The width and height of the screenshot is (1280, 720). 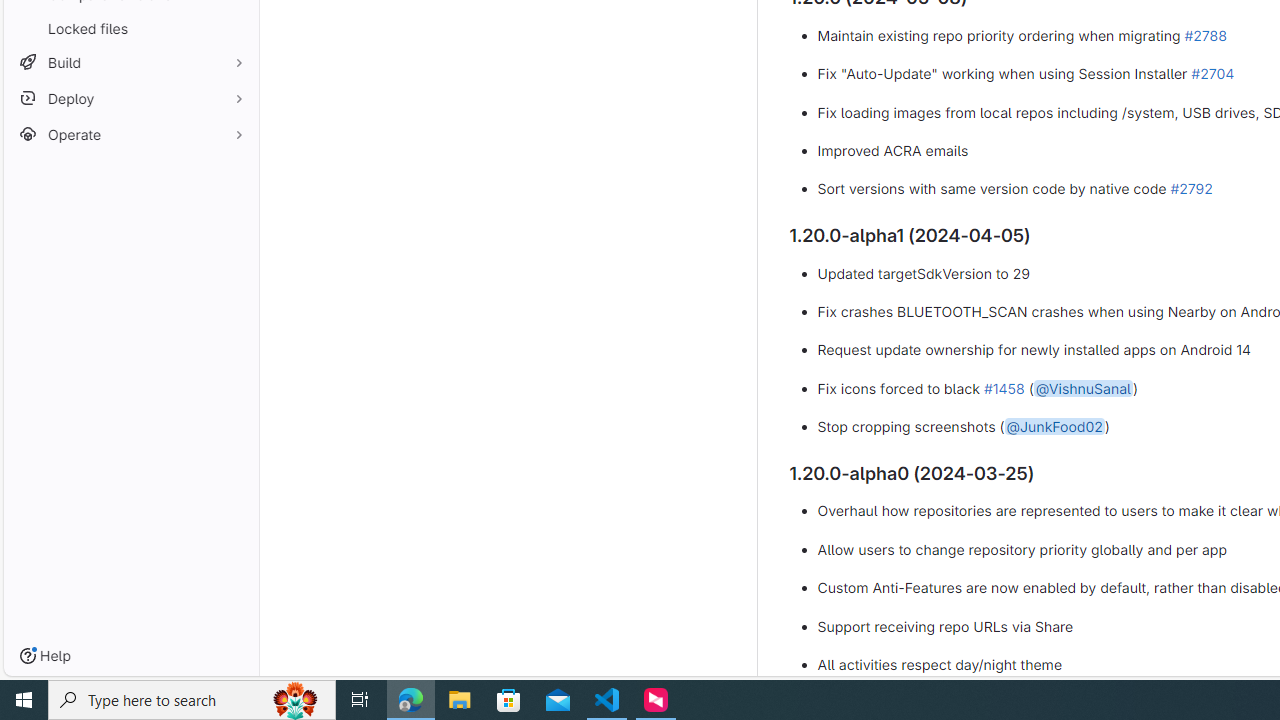 I want to click on '@VishnuSanal', so click(x=1081, y=387).